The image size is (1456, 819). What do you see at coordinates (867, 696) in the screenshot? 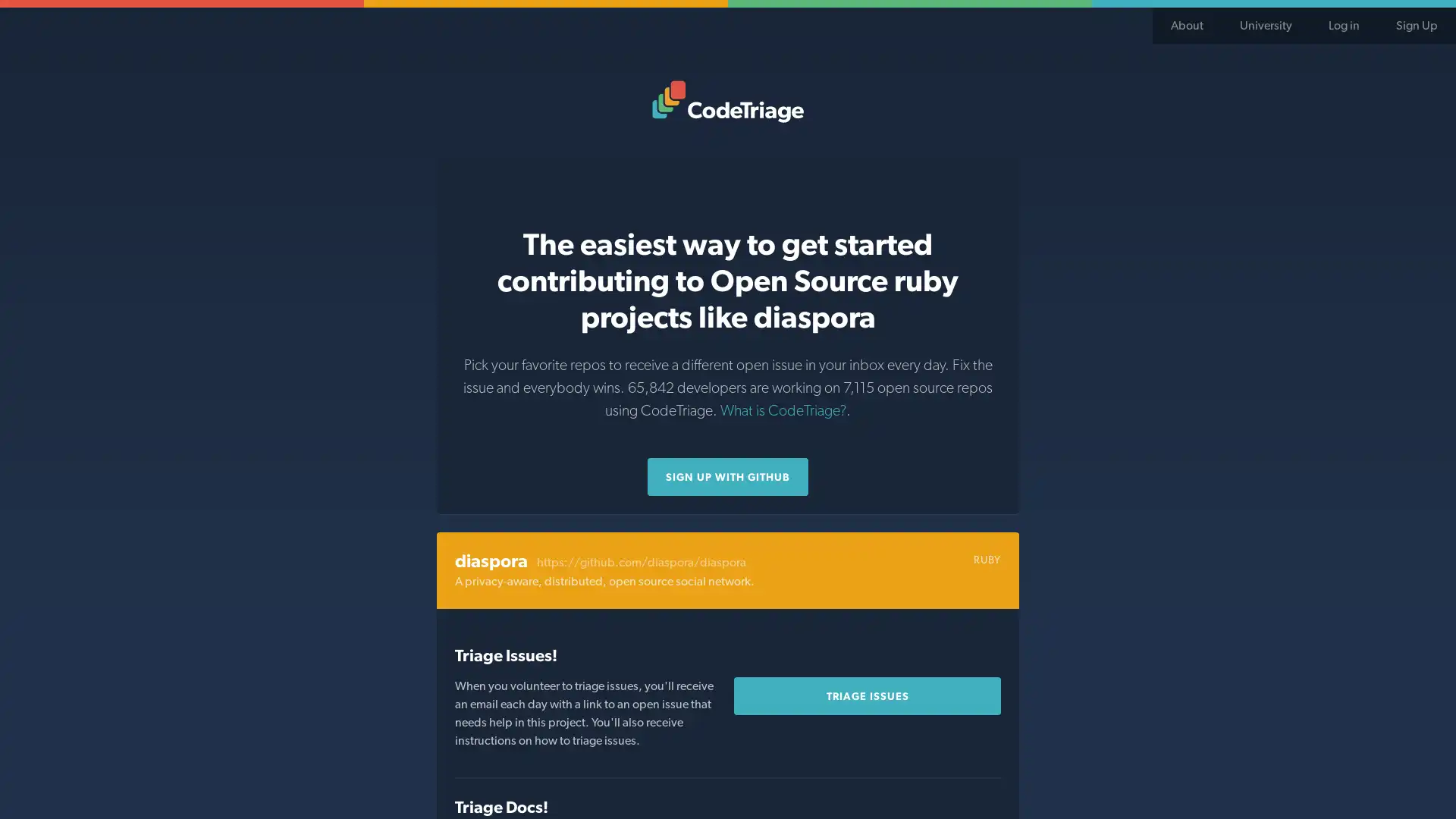
I see `Triage Issues` at bounding box center [867, 696].